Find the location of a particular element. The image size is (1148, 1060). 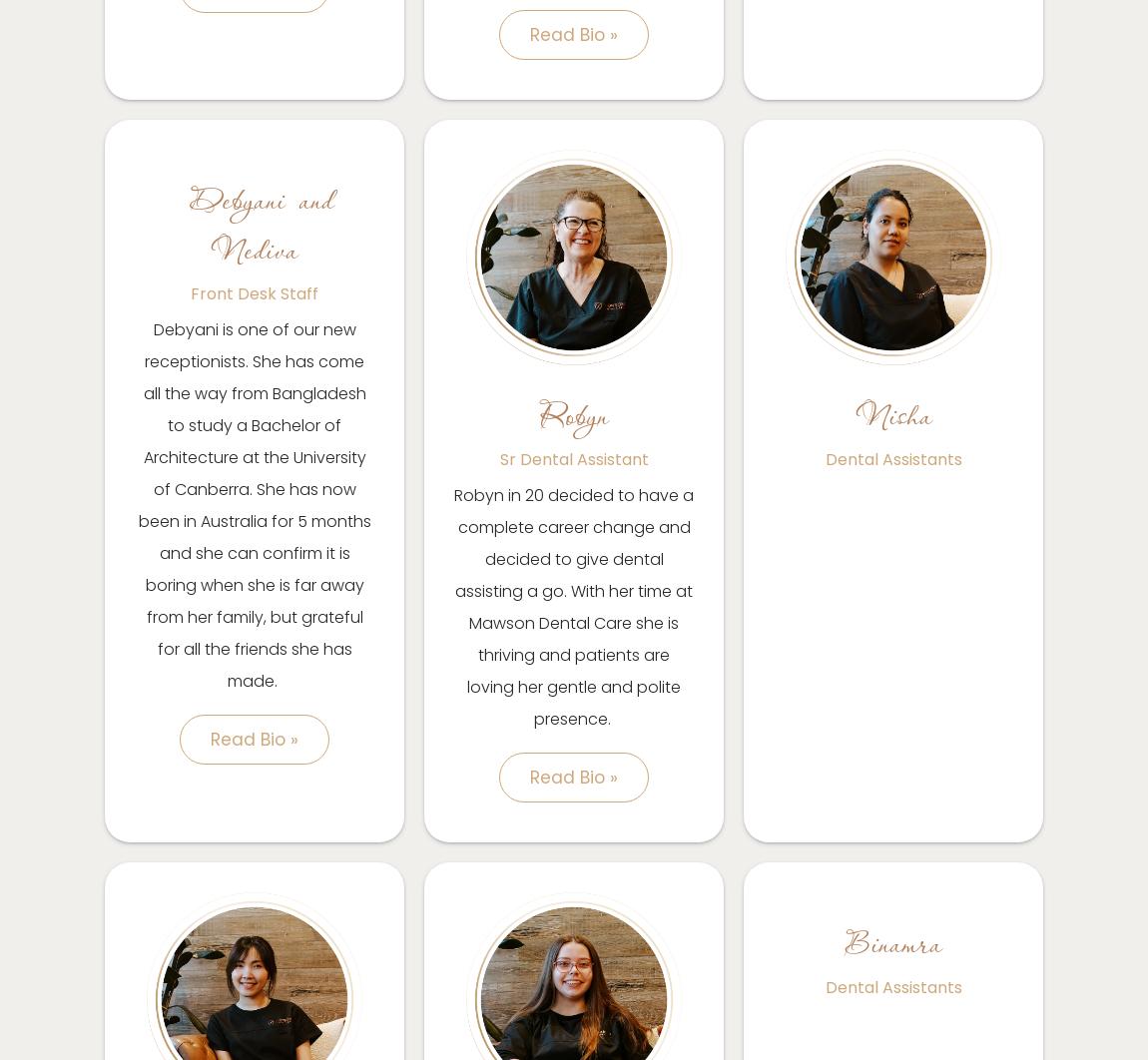

'Front Desk Staff' is located at coordinates (253, 292).